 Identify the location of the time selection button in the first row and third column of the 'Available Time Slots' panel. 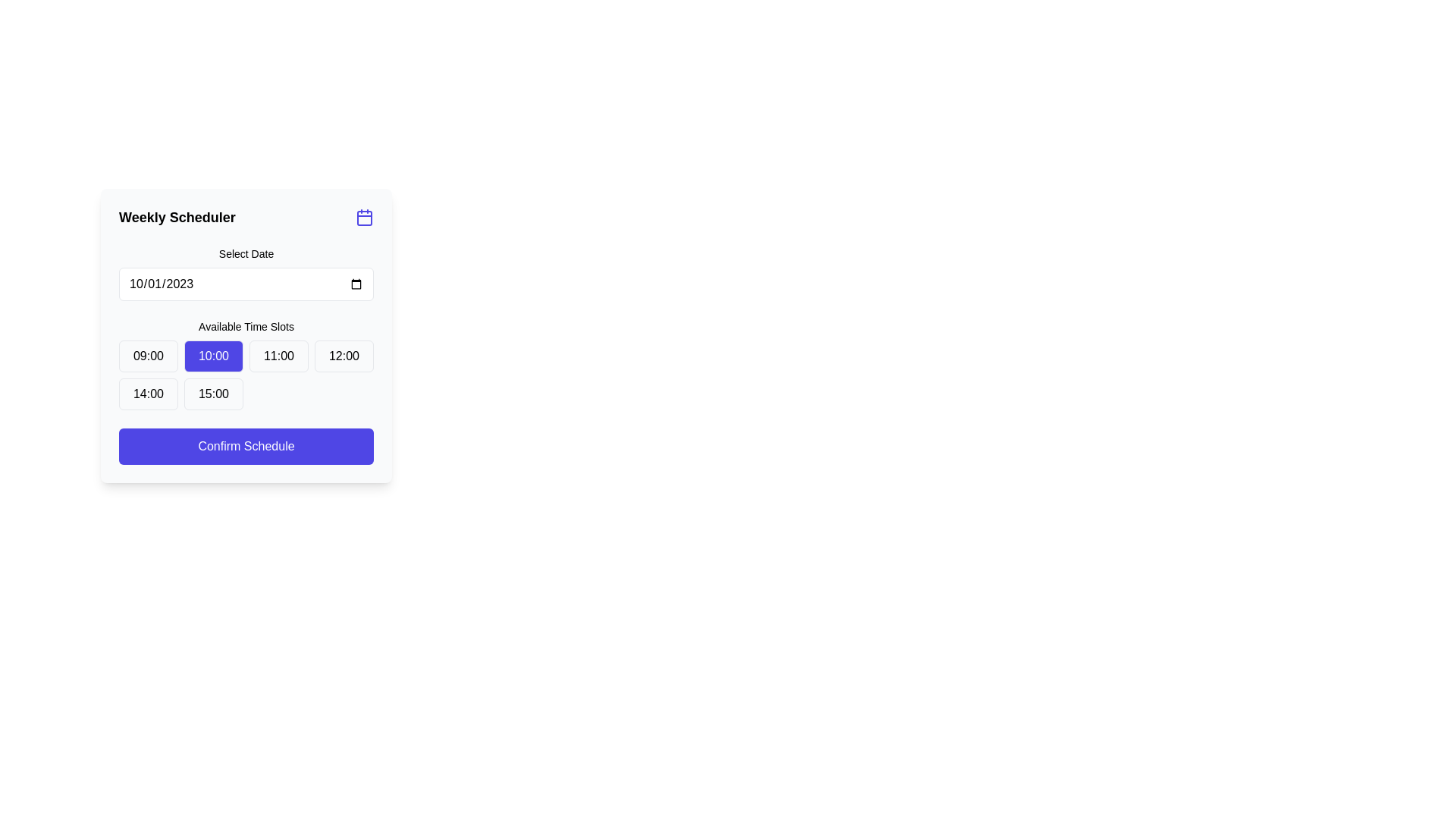
(279, 356).